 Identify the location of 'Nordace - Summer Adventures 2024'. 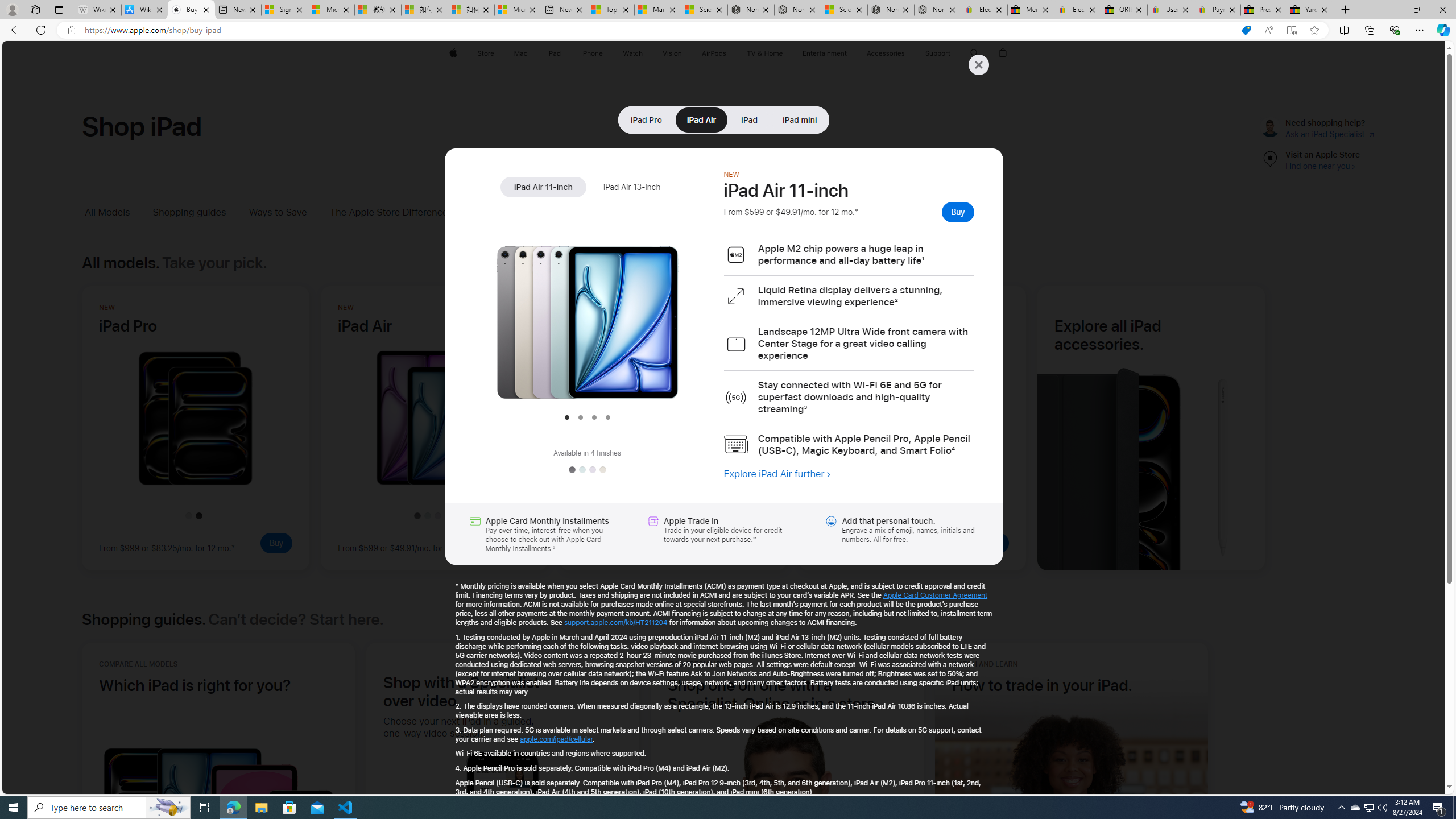
(890, 9).